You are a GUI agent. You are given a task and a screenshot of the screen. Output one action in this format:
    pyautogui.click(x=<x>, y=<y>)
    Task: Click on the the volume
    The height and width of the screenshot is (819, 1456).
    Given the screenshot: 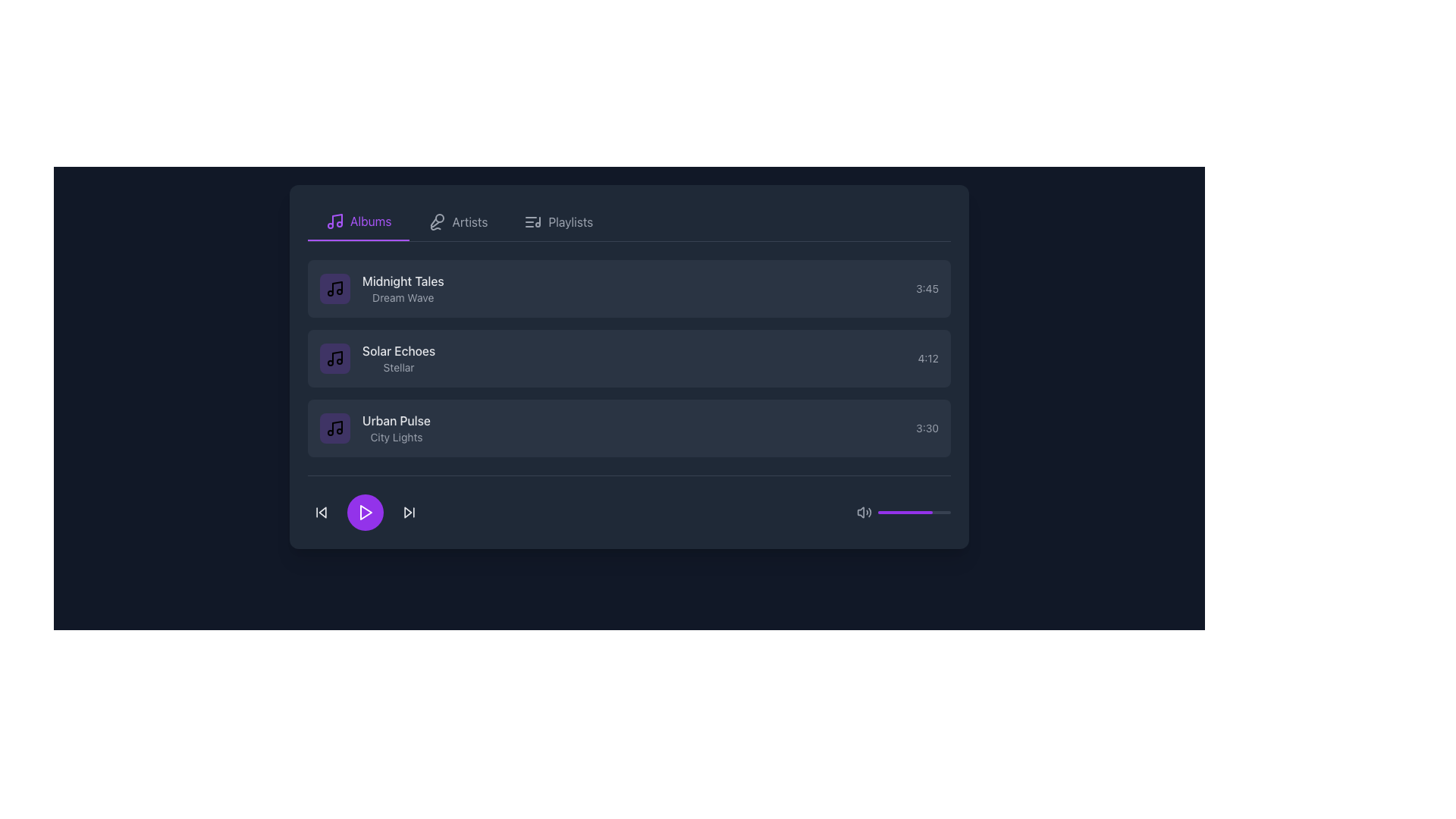 What is the action you would take?
    pyautogui.click(x=949, y=512)
    